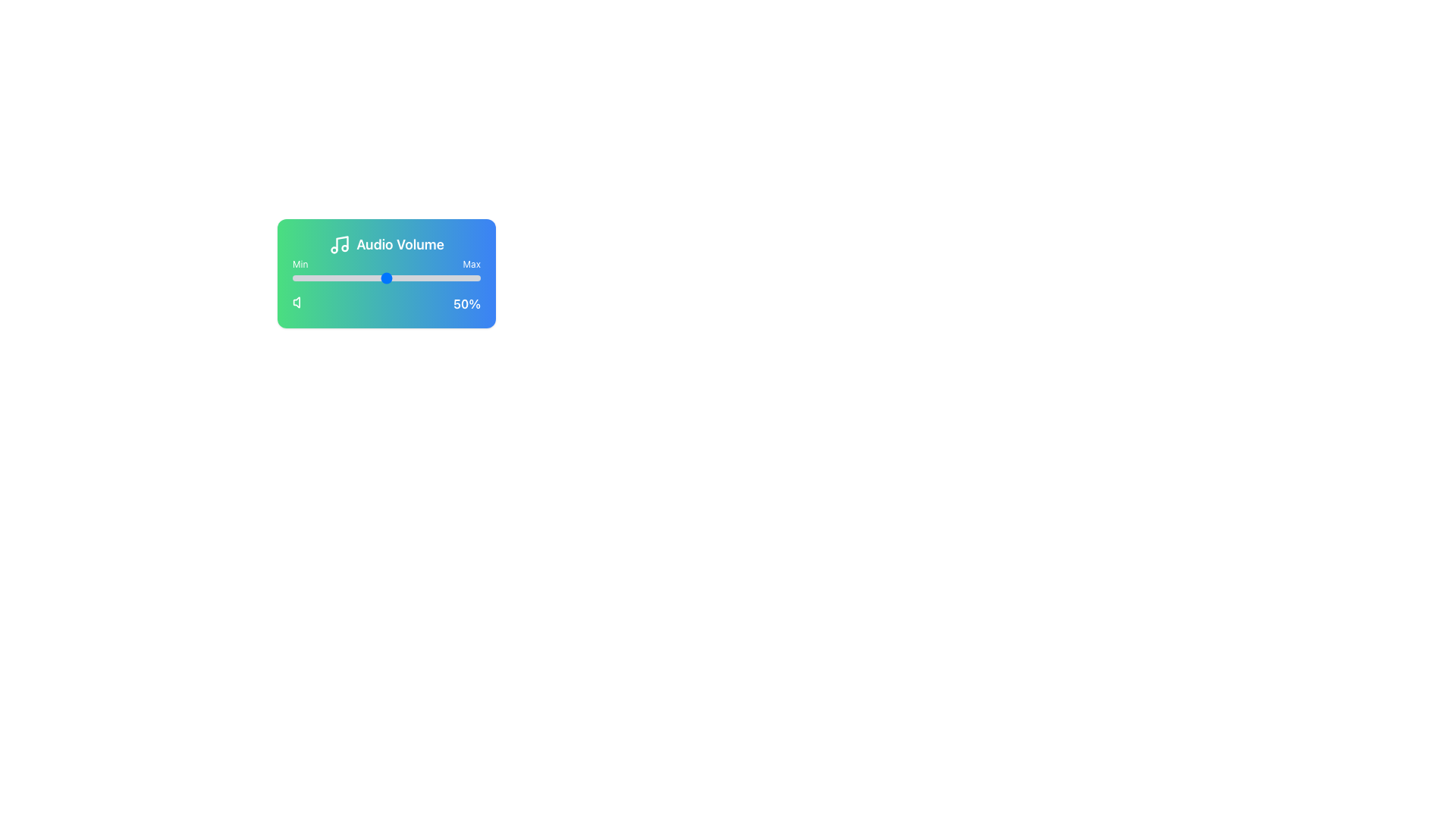 The image size is (1456, 819). I want to click on the volume, so click(413, 278).